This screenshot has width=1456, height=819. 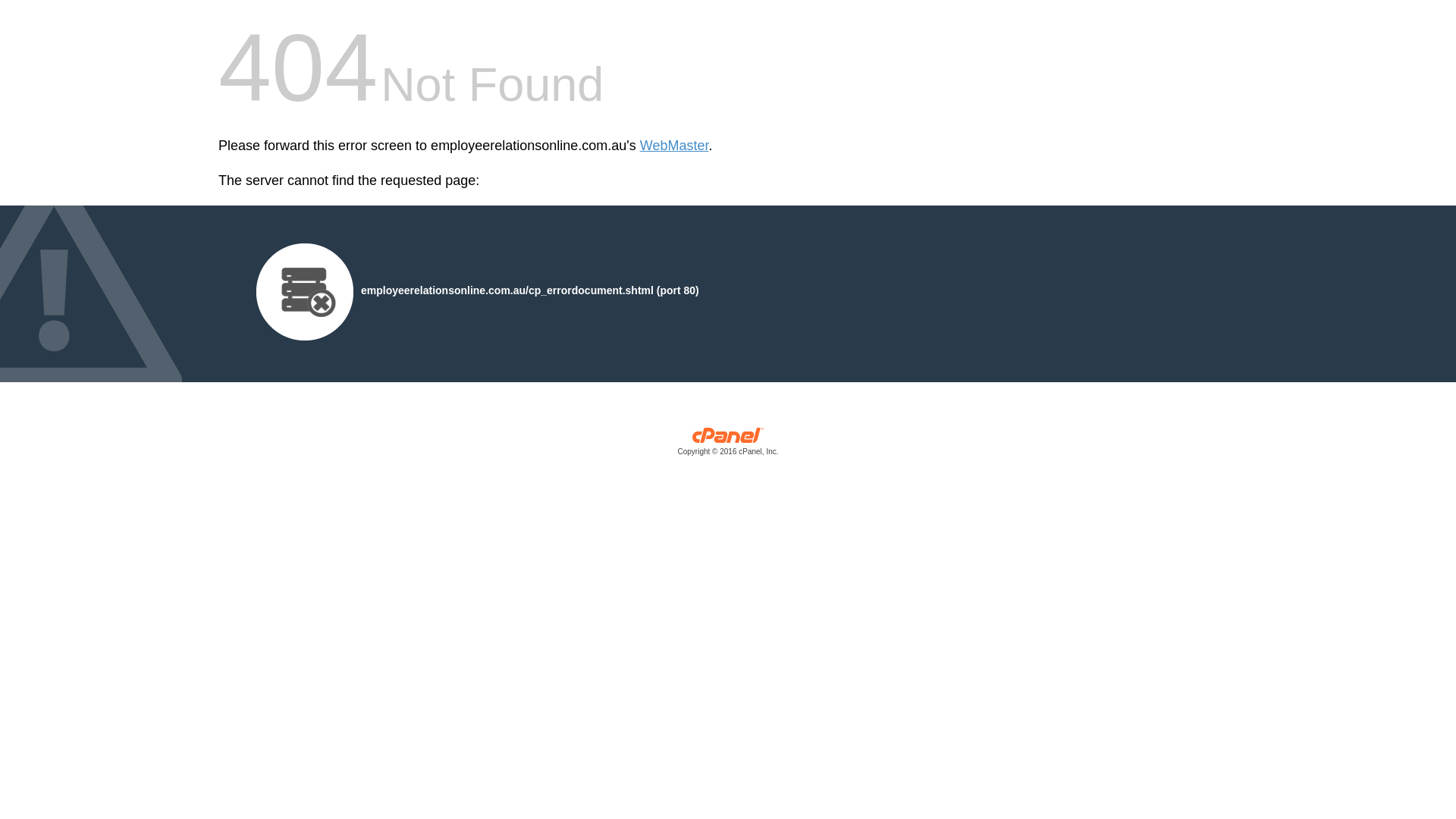 I want to click on 'WebMaster', so click(x=673, y=146).